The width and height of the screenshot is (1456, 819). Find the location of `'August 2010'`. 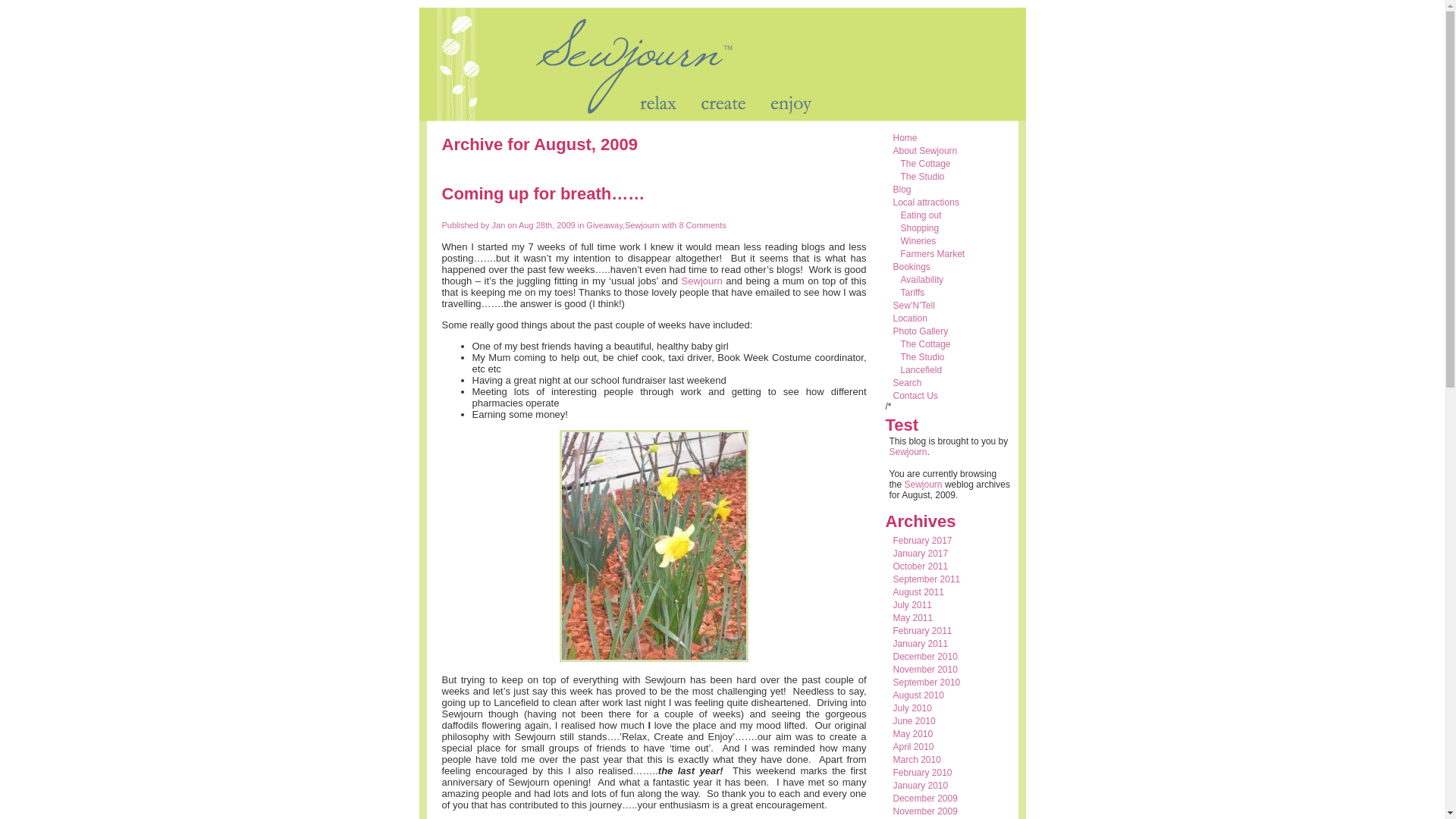

'August 2010' is located at coordinates (918, 695).